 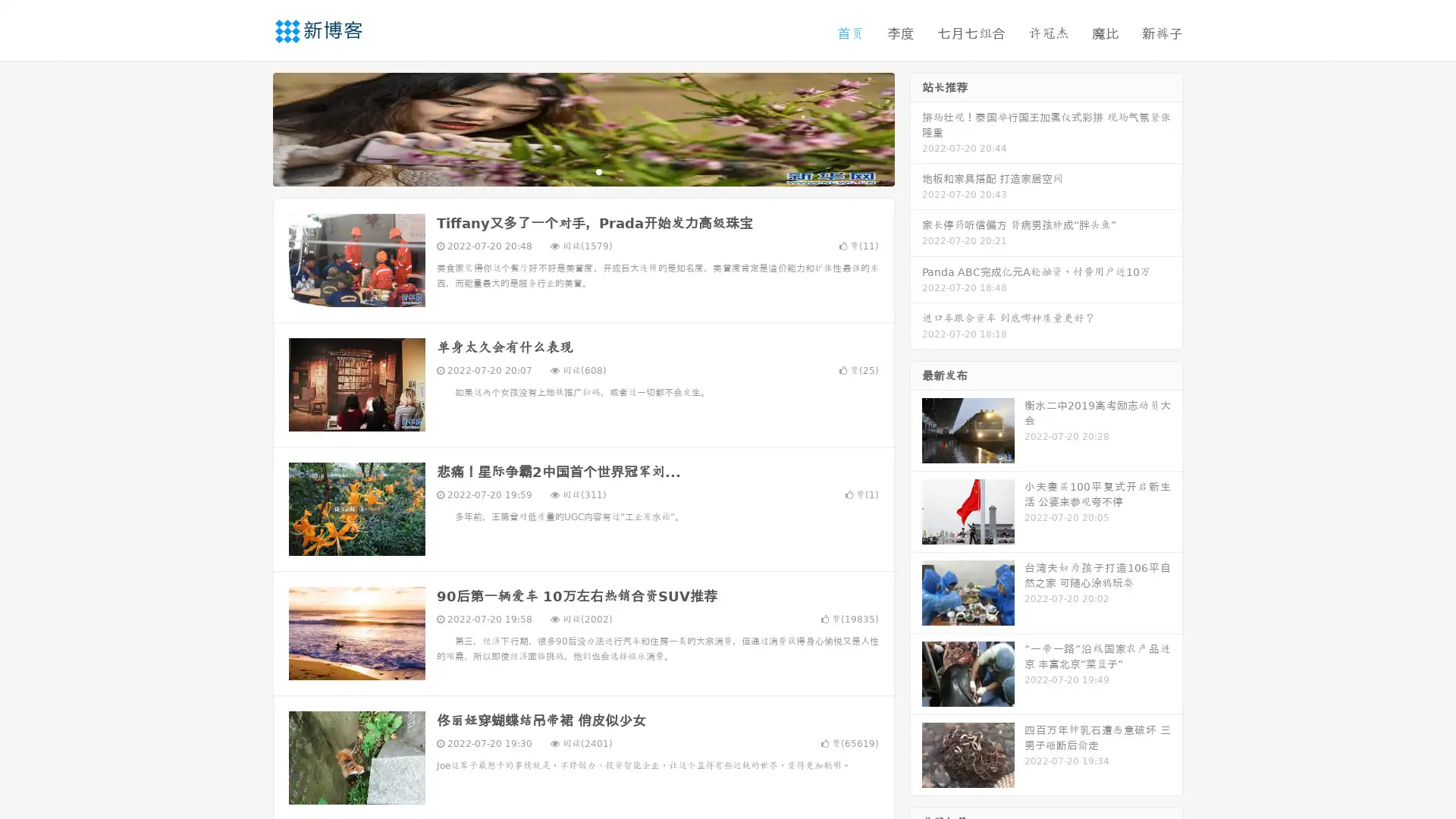 I want to click on Previous slide, so click(x=250, y=127).